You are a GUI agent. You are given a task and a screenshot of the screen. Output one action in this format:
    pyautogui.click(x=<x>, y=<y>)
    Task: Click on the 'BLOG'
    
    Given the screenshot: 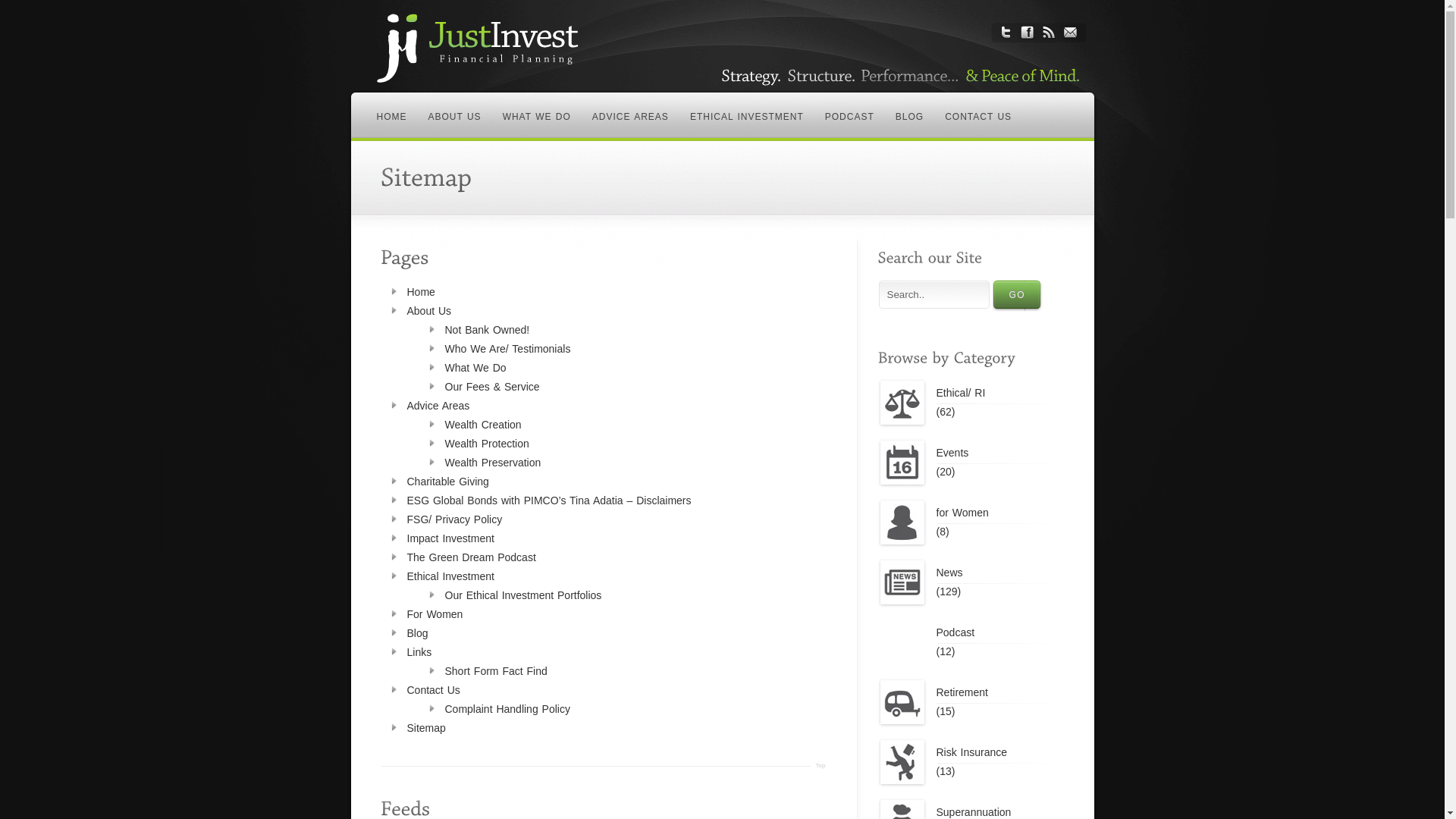 What is the action you would take?
    pyautogui.click(x=909, y=116)
    